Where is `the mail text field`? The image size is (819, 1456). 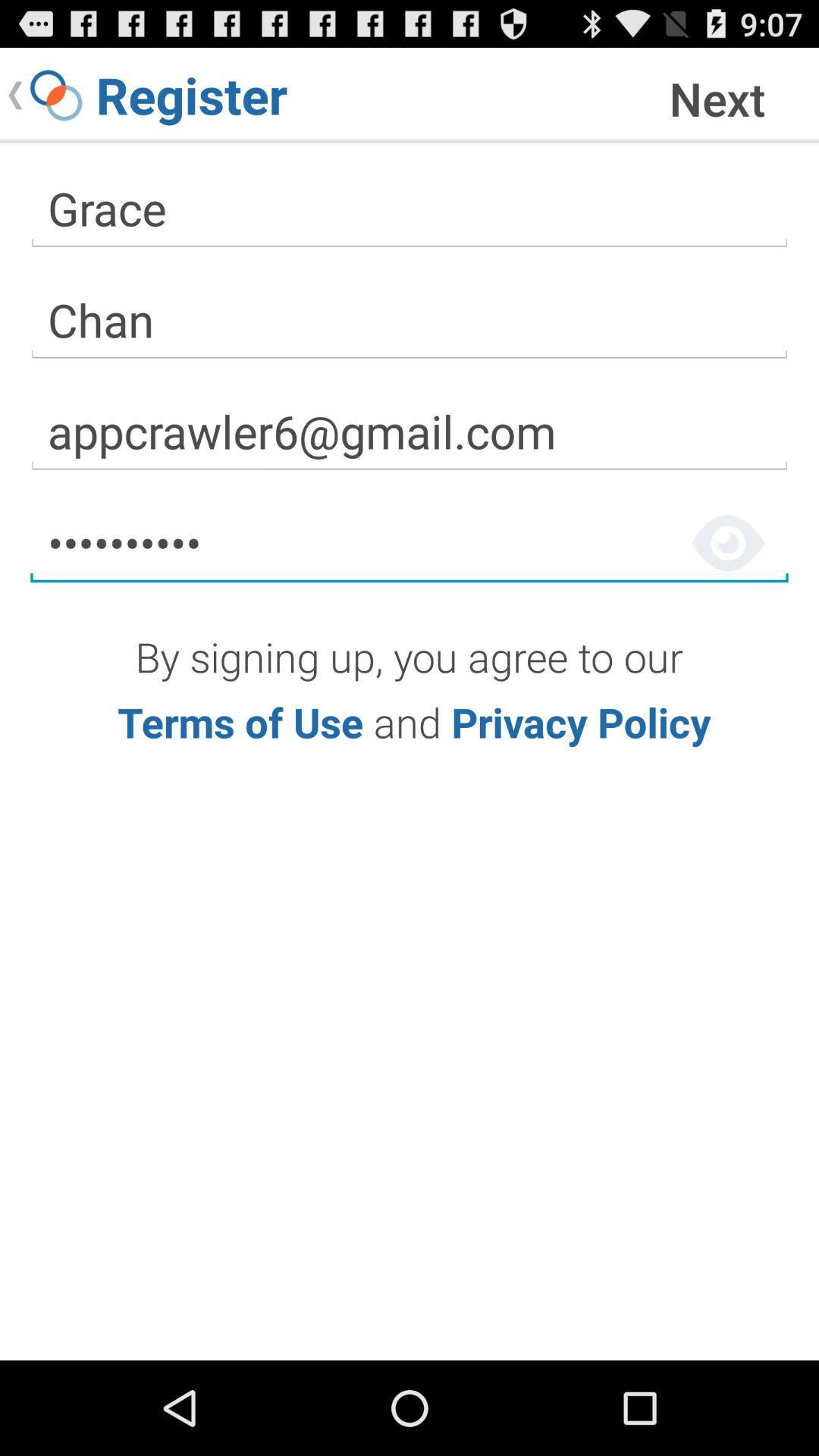
the mail text field is located at coordinates (409, 431).